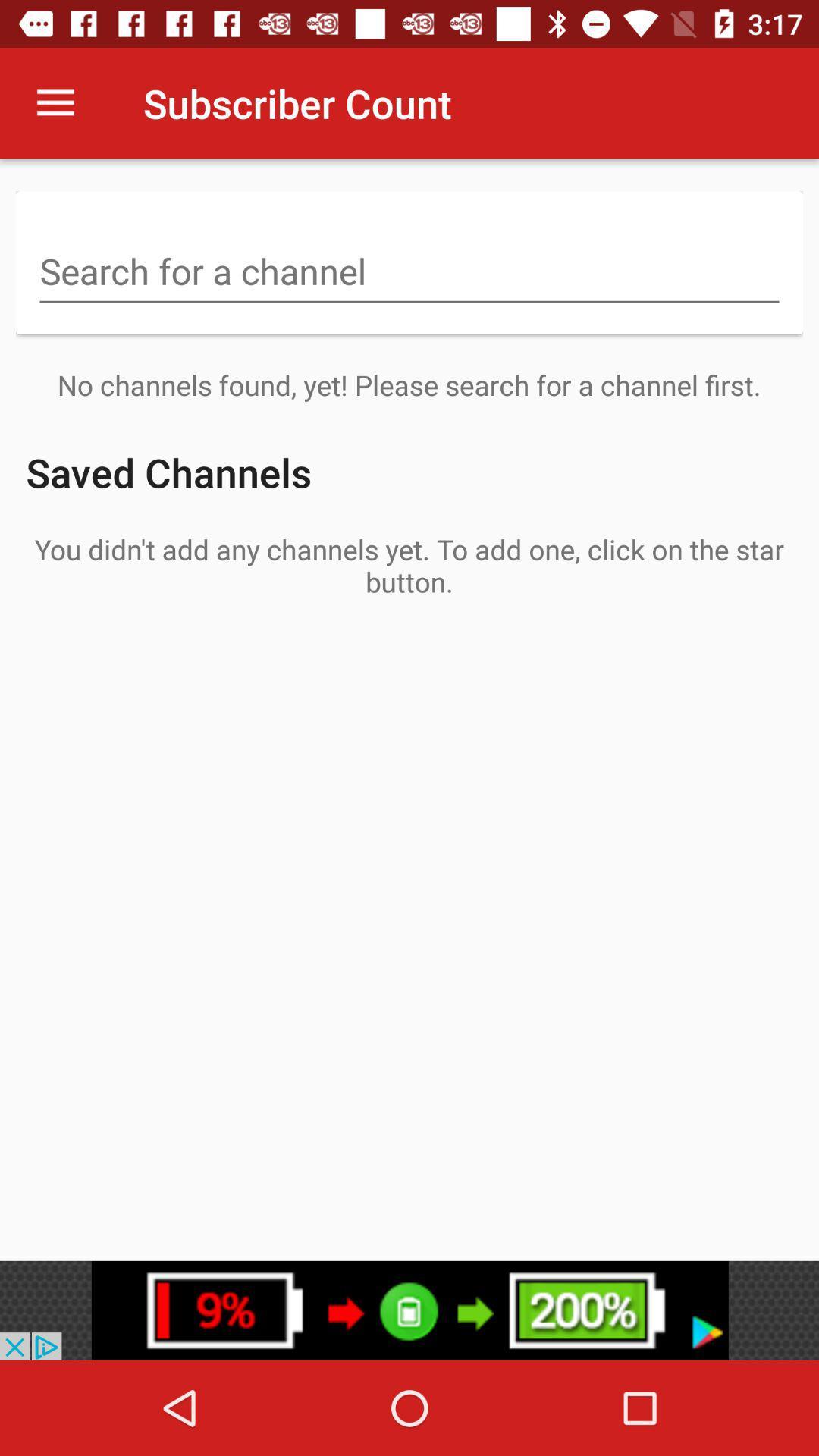  What do you see at coordinates (409, 1310) in the screenshot?
I see `advertising` at bounding box center [409, 1310].